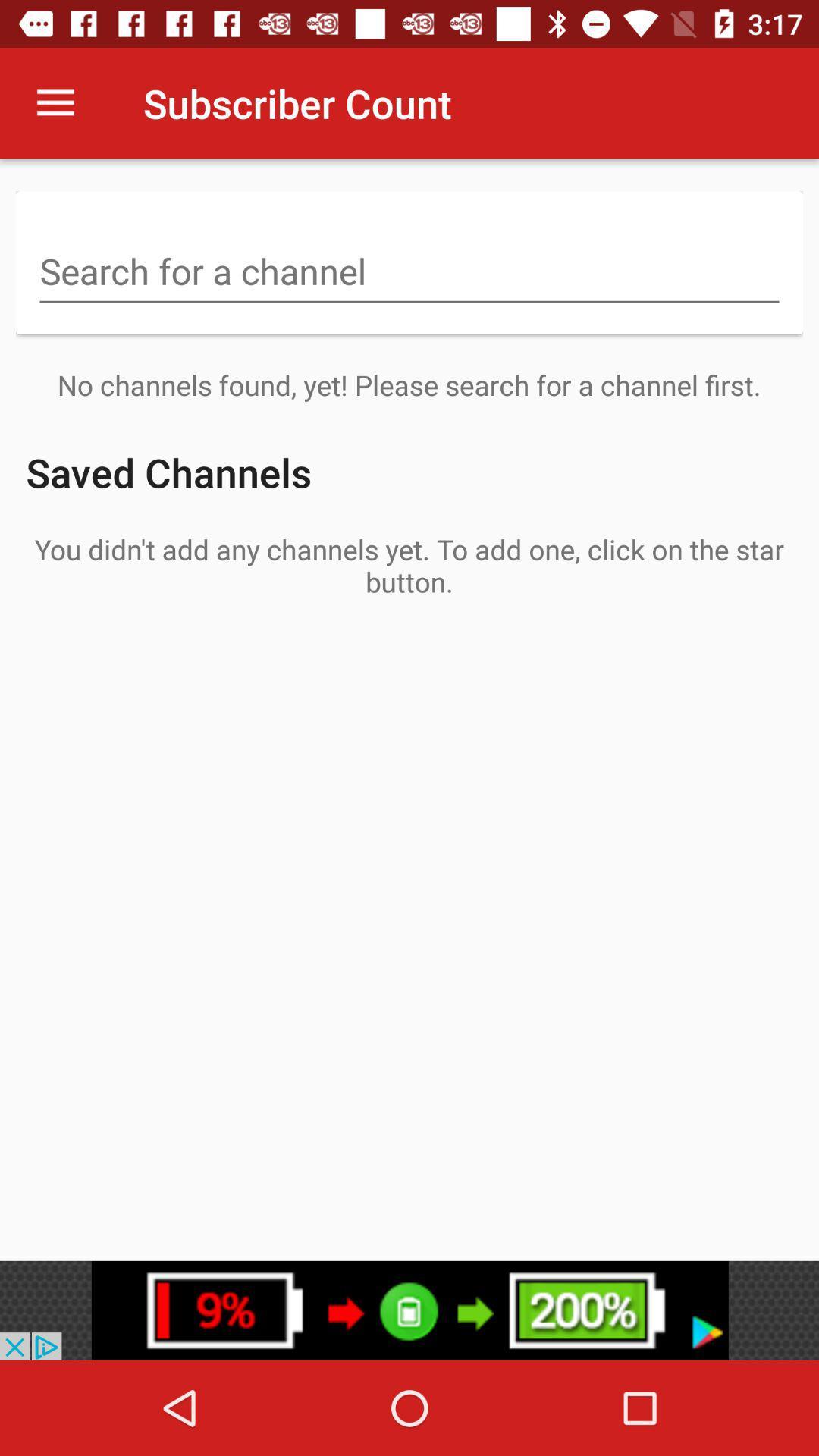  What do you see at coordinates (409, 1310) in the screenshot?
I see `advertising` at bounding box center [409, 1310].